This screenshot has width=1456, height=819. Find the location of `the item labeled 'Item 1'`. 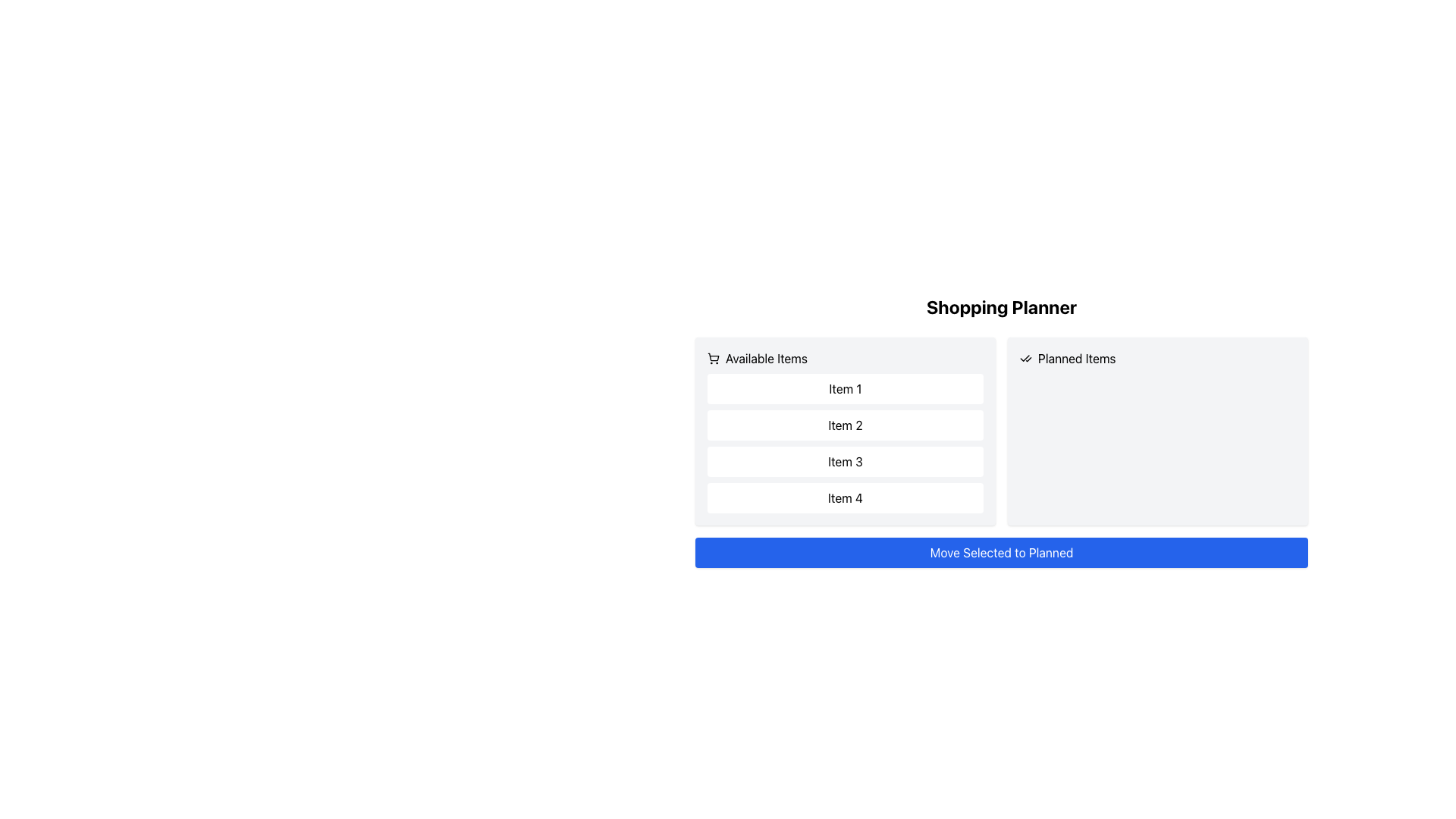

the item labeled 'Item 1' is located at coordinates (844, 388).